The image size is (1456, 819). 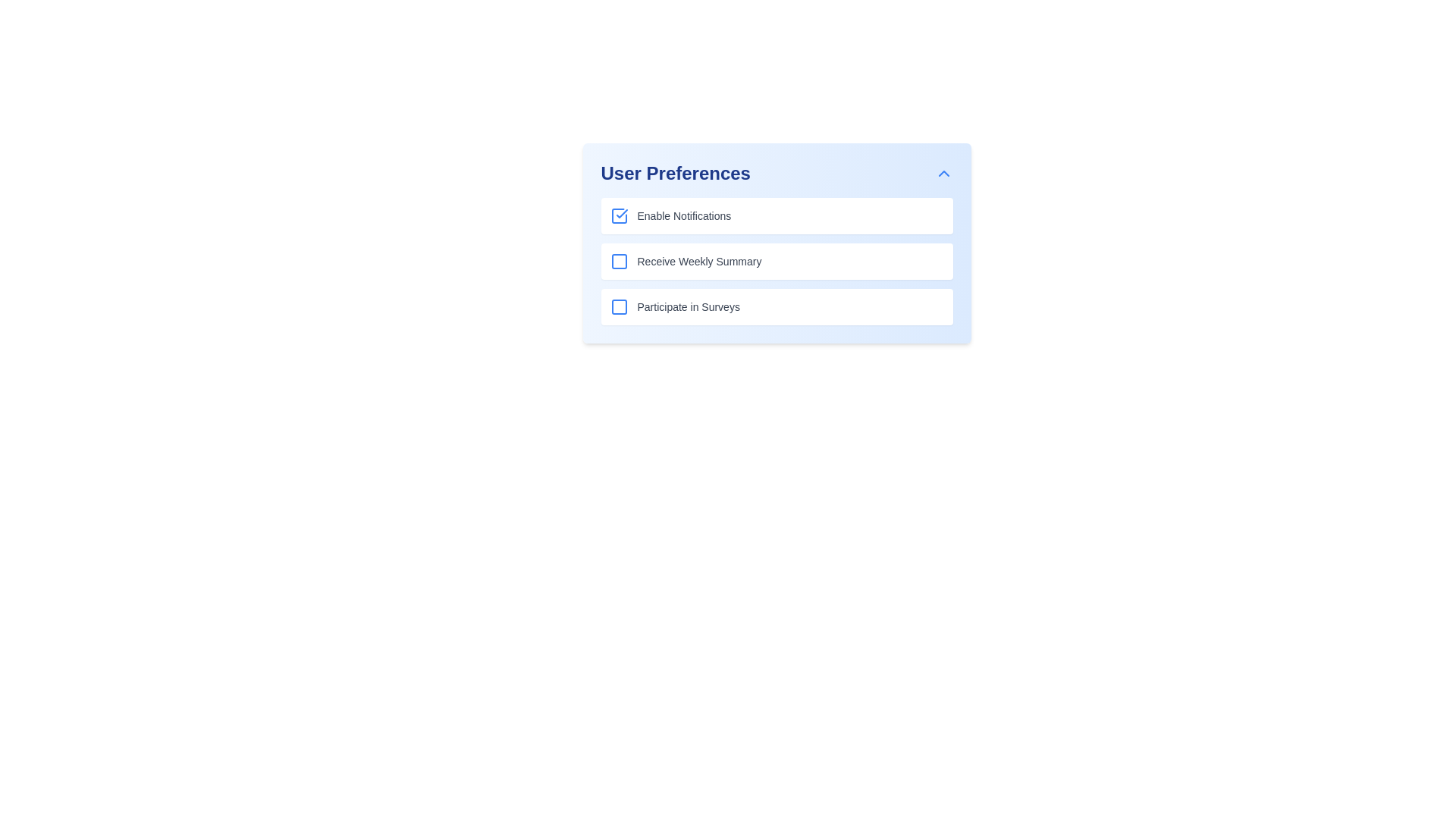 I want to click on the Interactive Icon located in the upper right corner of the 'User Preferences' section, so click(x=943, y=172).